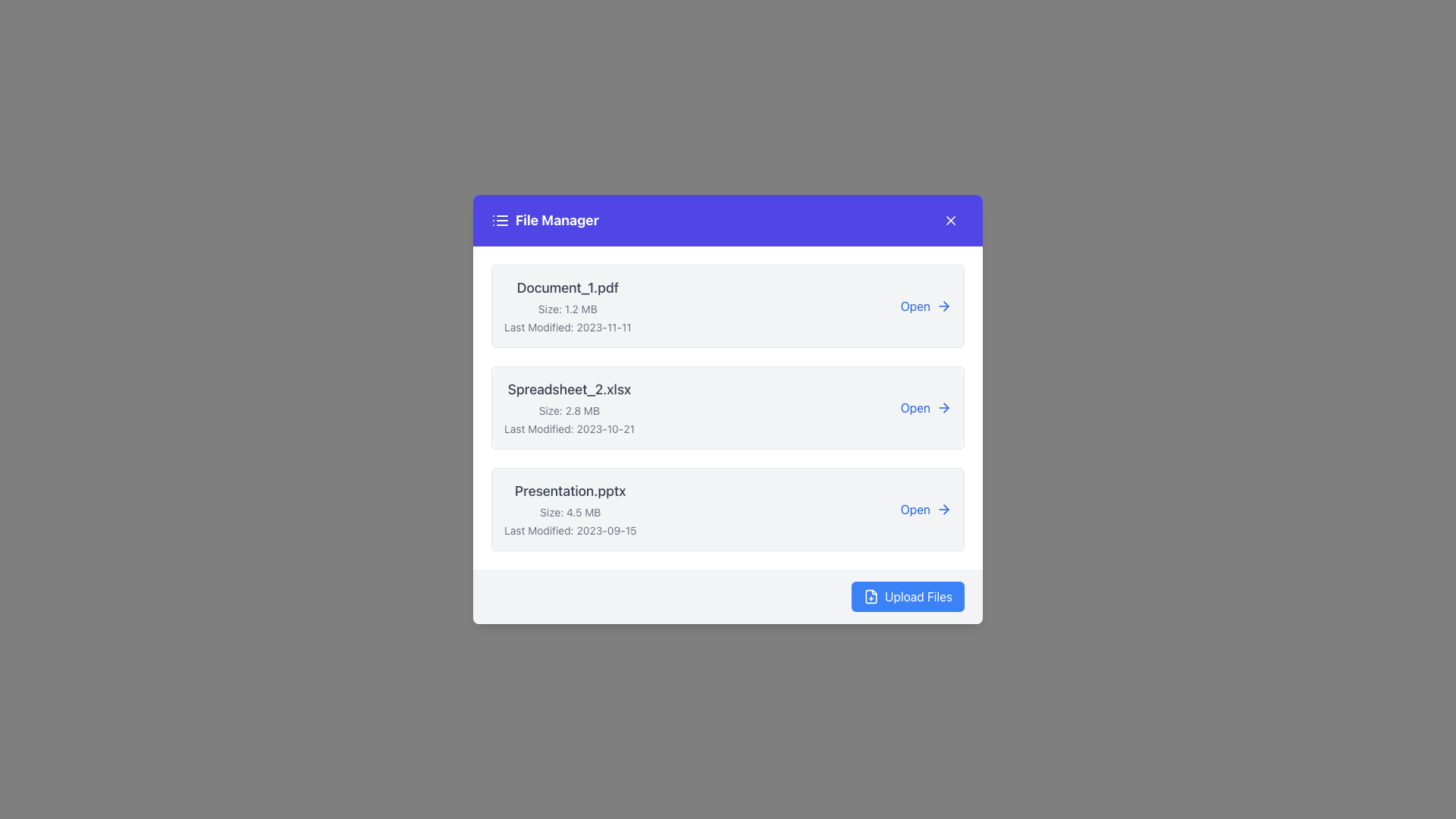 The image size is (1456, 819). What do you see at coordinates (728, 406) in the screenshot?
I see `the 'Spreadsheet_2.xlsx' file entry` at bounding box center [728, 406].